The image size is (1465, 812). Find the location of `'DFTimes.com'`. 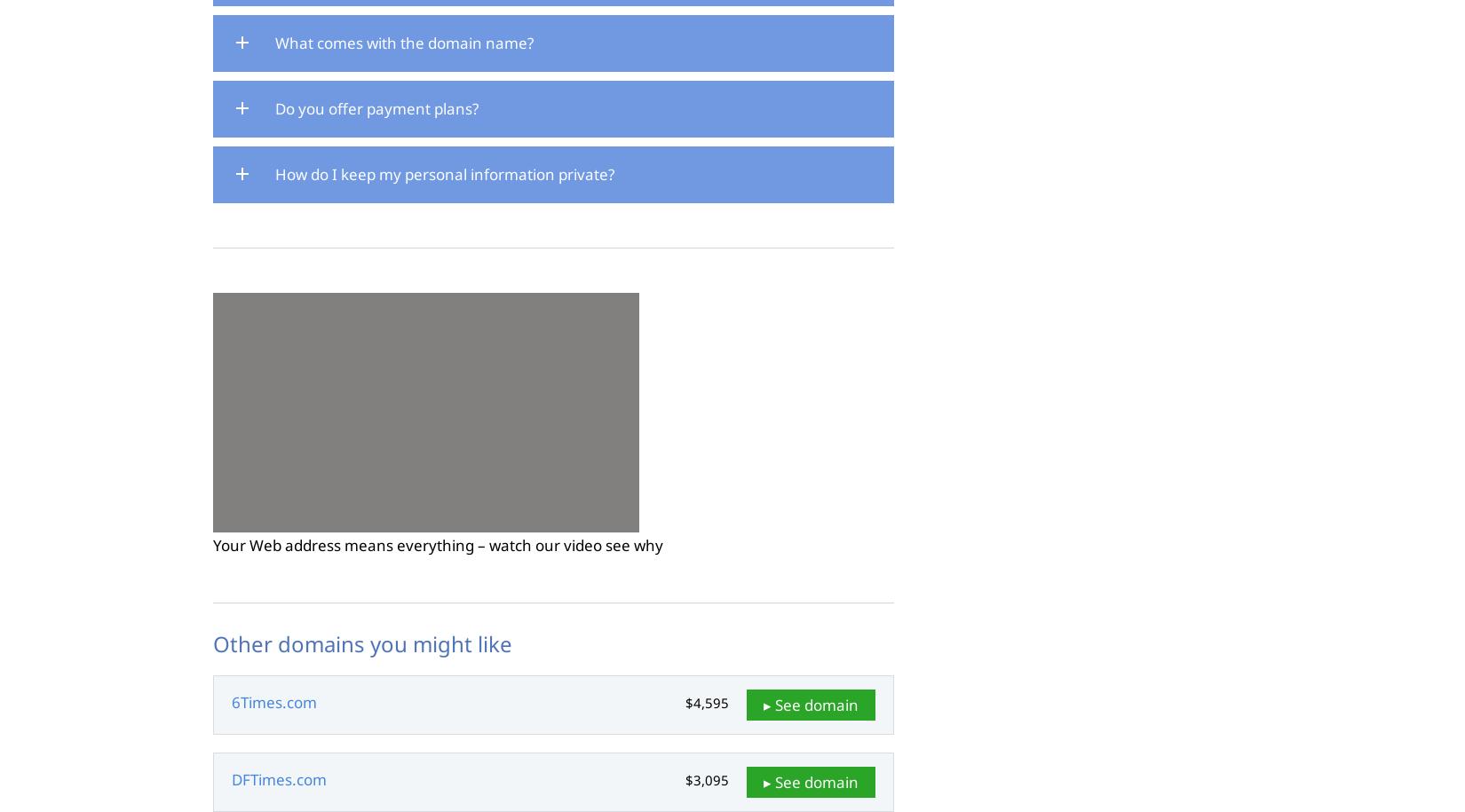

'DFTimes.com' is located at coordinates (279, 778).